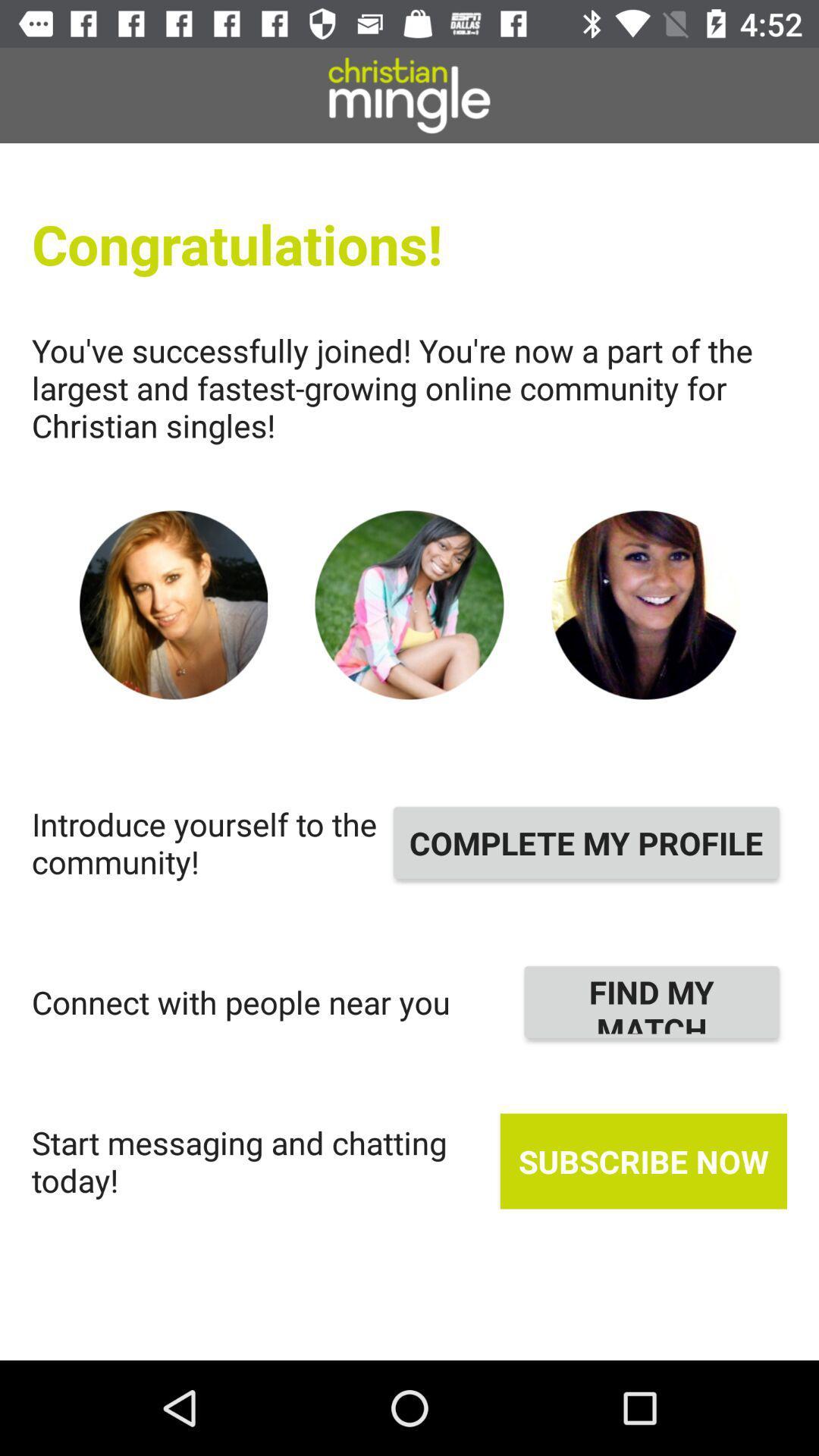  I want to click on the icon below the find my match, so click(643, 1160).